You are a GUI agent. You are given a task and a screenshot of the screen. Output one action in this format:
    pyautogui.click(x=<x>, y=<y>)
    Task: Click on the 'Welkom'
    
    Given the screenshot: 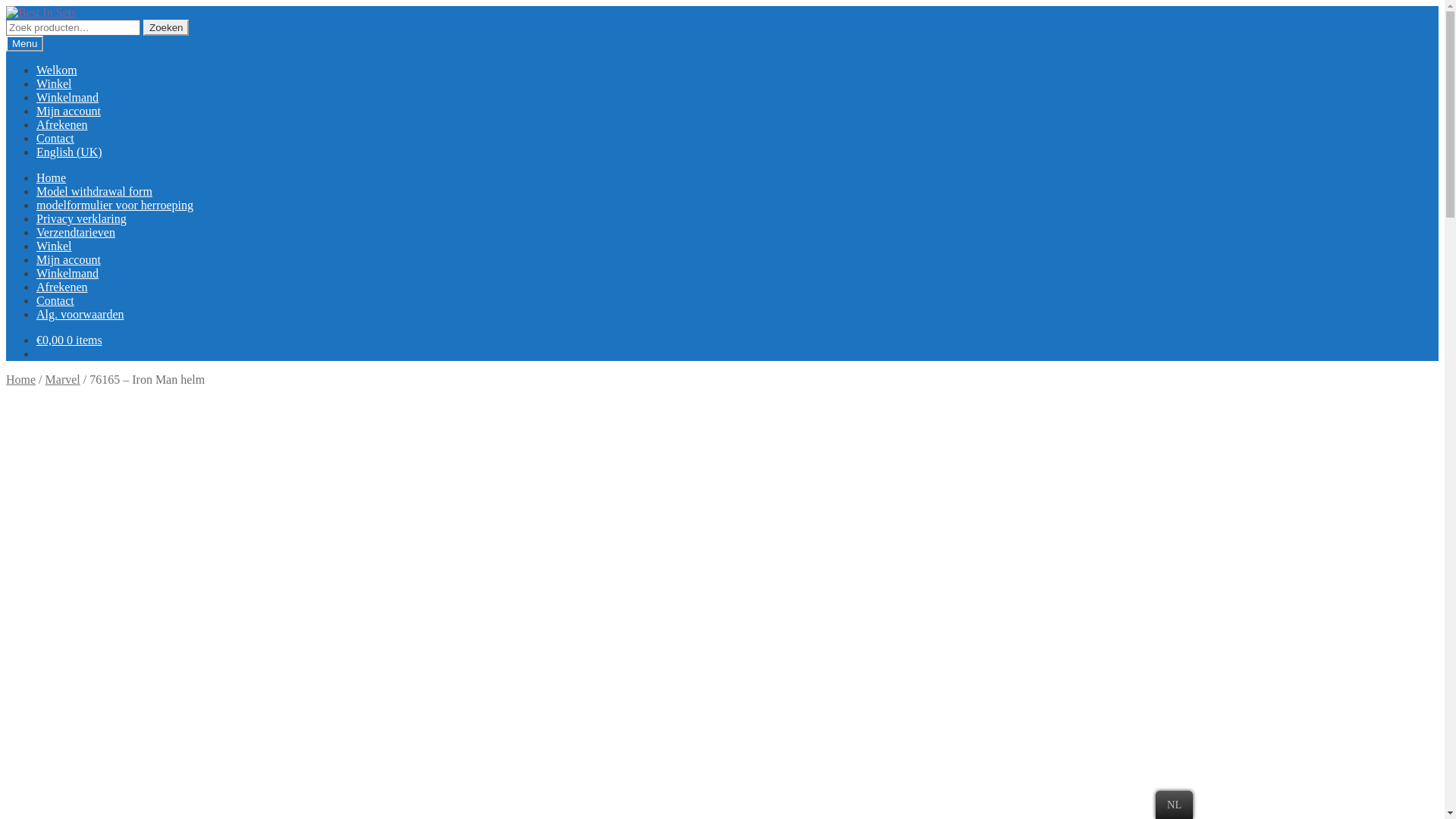 What is the action you would take?
    pyautogui.click(x=57, y=70)
    